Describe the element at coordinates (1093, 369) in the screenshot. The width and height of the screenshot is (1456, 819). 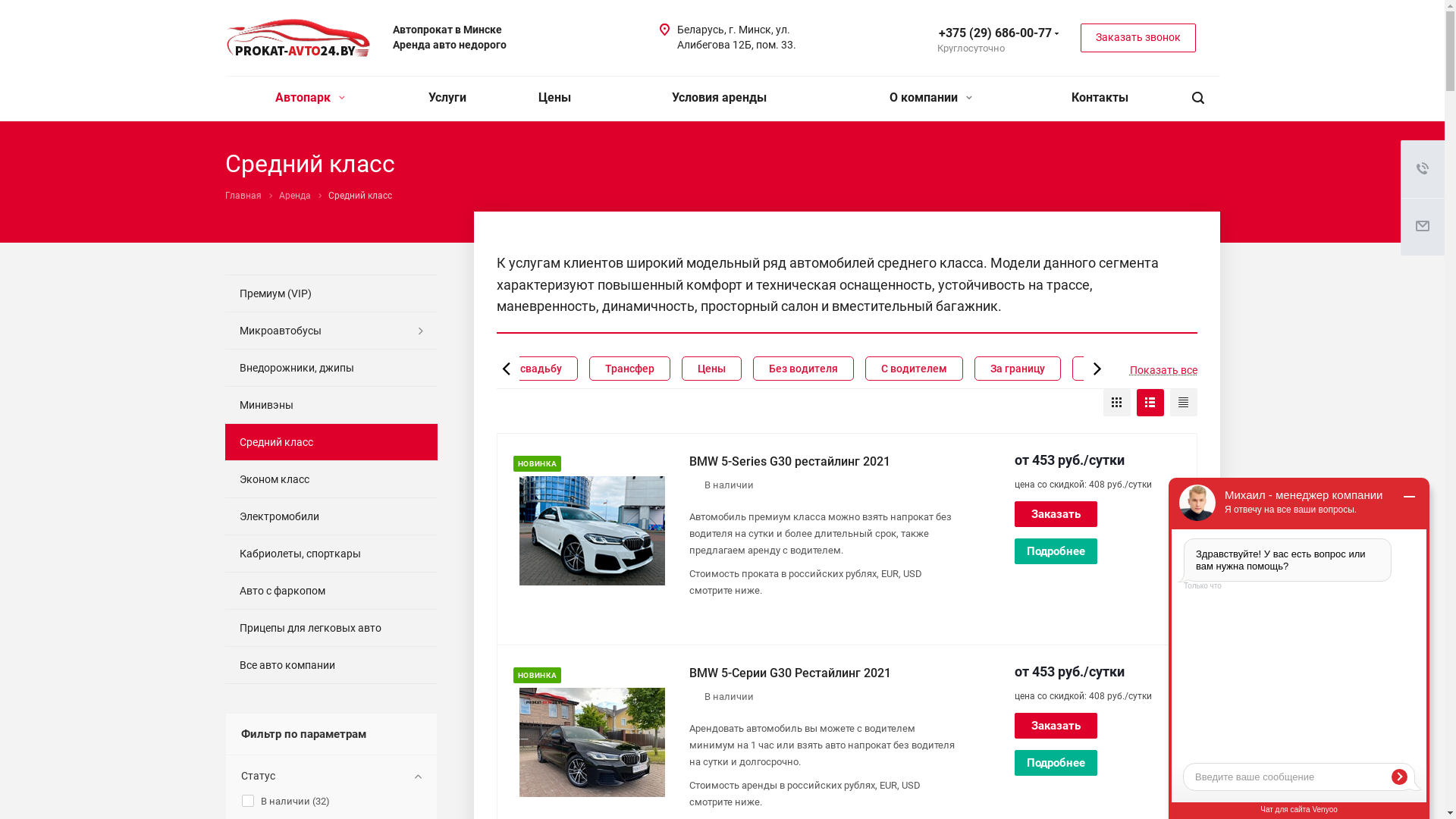
I see `'Next'` at that location.